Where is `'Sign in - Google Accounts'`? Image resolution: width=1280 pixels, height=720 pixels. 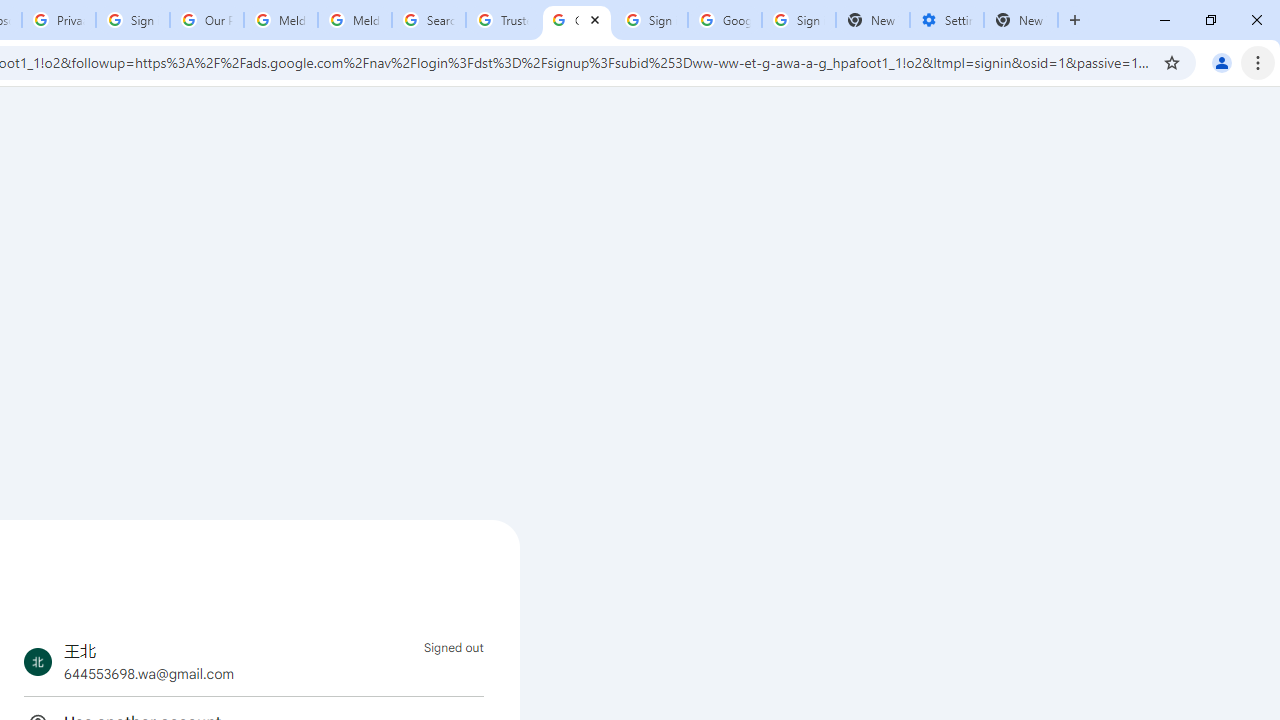
'Sign in - Google Accounts' is located at coordinates (797, 20).